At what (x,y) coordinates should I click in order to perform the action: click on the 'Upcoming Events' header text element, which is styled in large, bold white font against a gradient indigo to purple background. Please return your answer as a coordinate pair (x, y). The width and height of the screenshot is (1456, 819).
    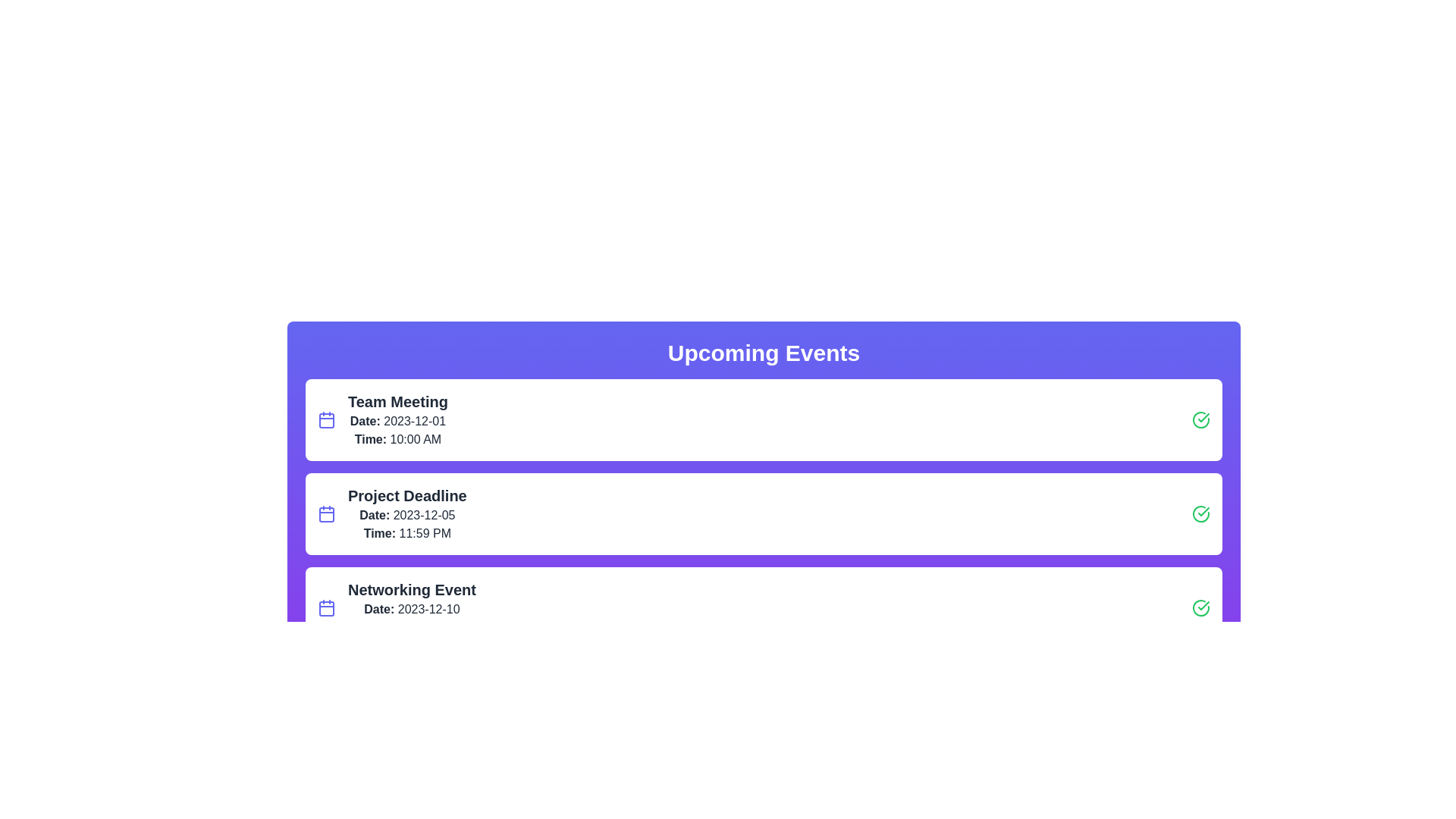
    Looking at the image, I should click on (764, 353).